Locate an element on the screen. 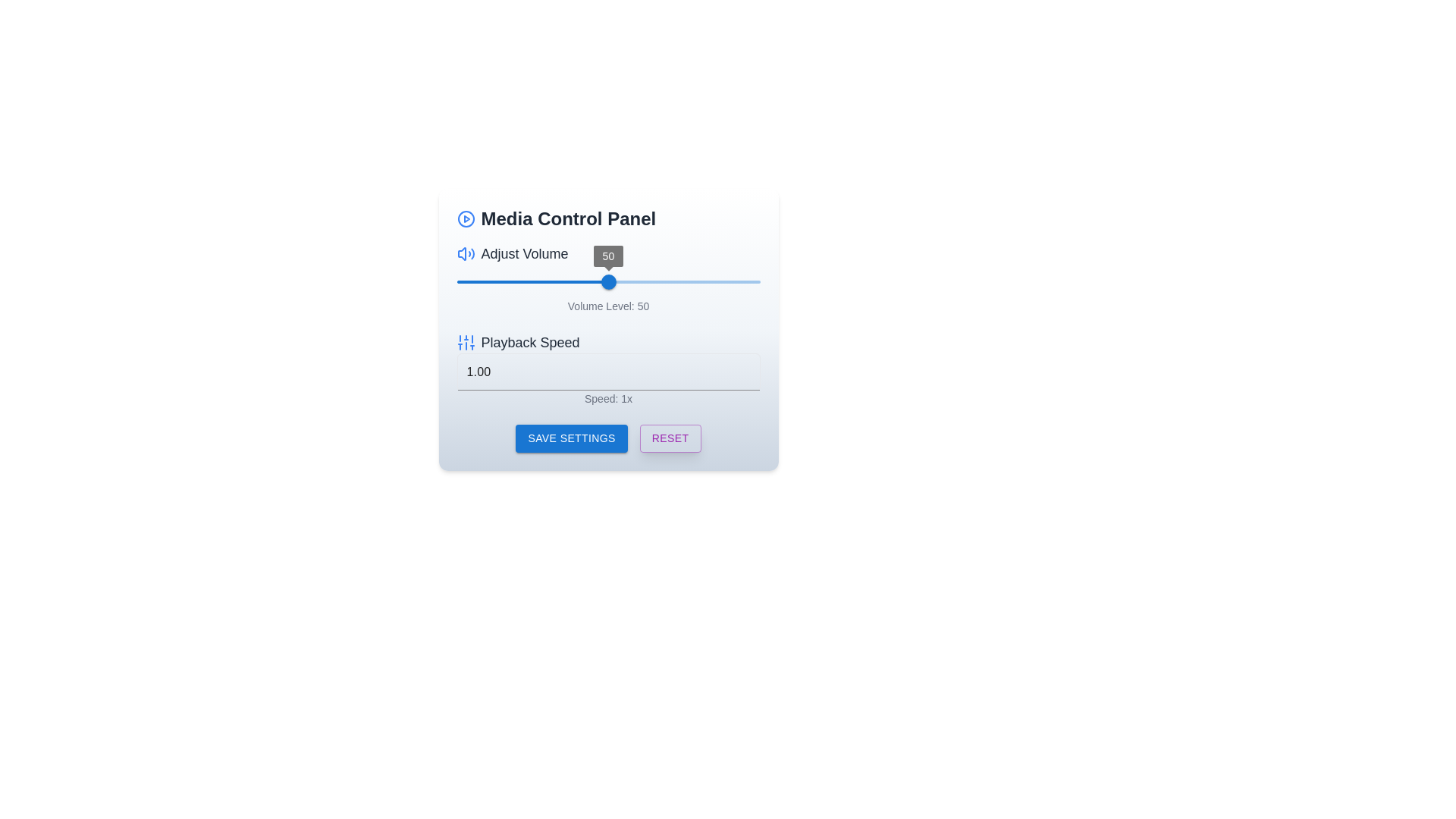 The image size is (1456, 819). the main part of the speaker icon, which is a geometric outline suggesting the body of the speaker, to interact with it is located at coordinates (461, 253).